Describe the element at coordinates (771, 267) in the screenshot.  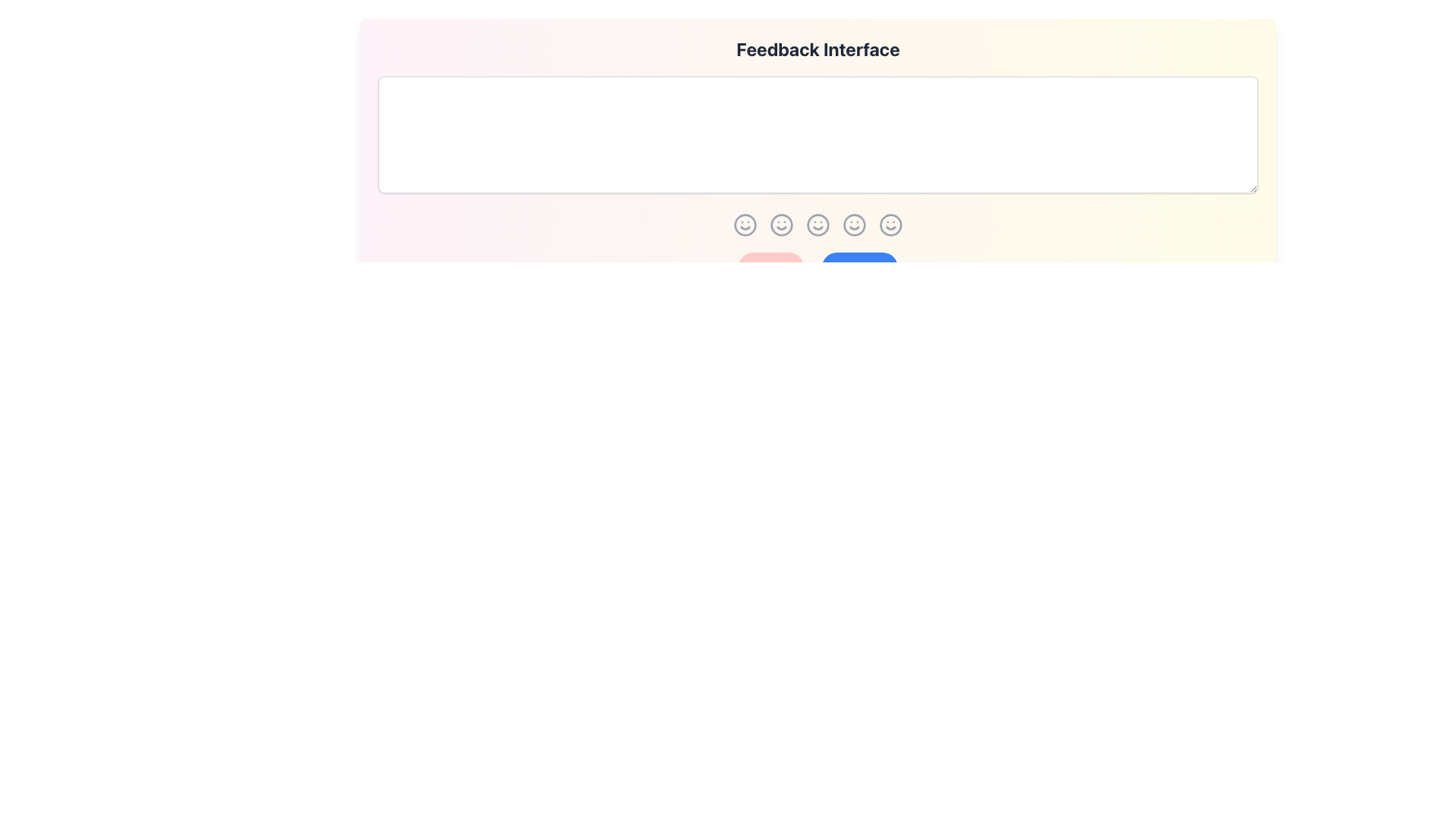
I see `the first button in the 'Feedback Interface' section to clear any user input or feedback` at that location.